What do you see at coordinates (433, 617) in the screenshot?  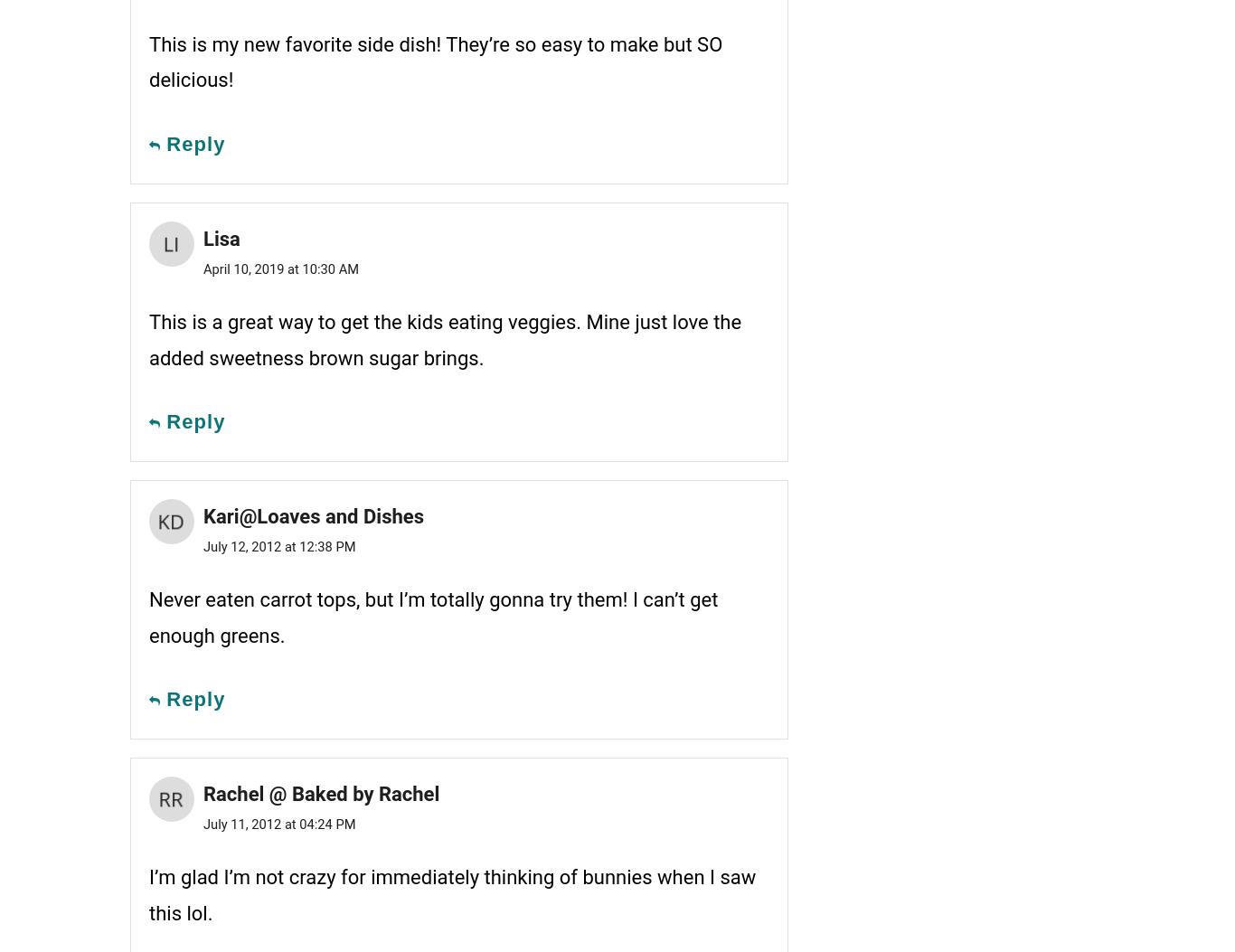 I see `'Never eaten carrot tops, but I’m totally gonna try them!  I can’t get enough greens.'` at bounding box center [433, 617].